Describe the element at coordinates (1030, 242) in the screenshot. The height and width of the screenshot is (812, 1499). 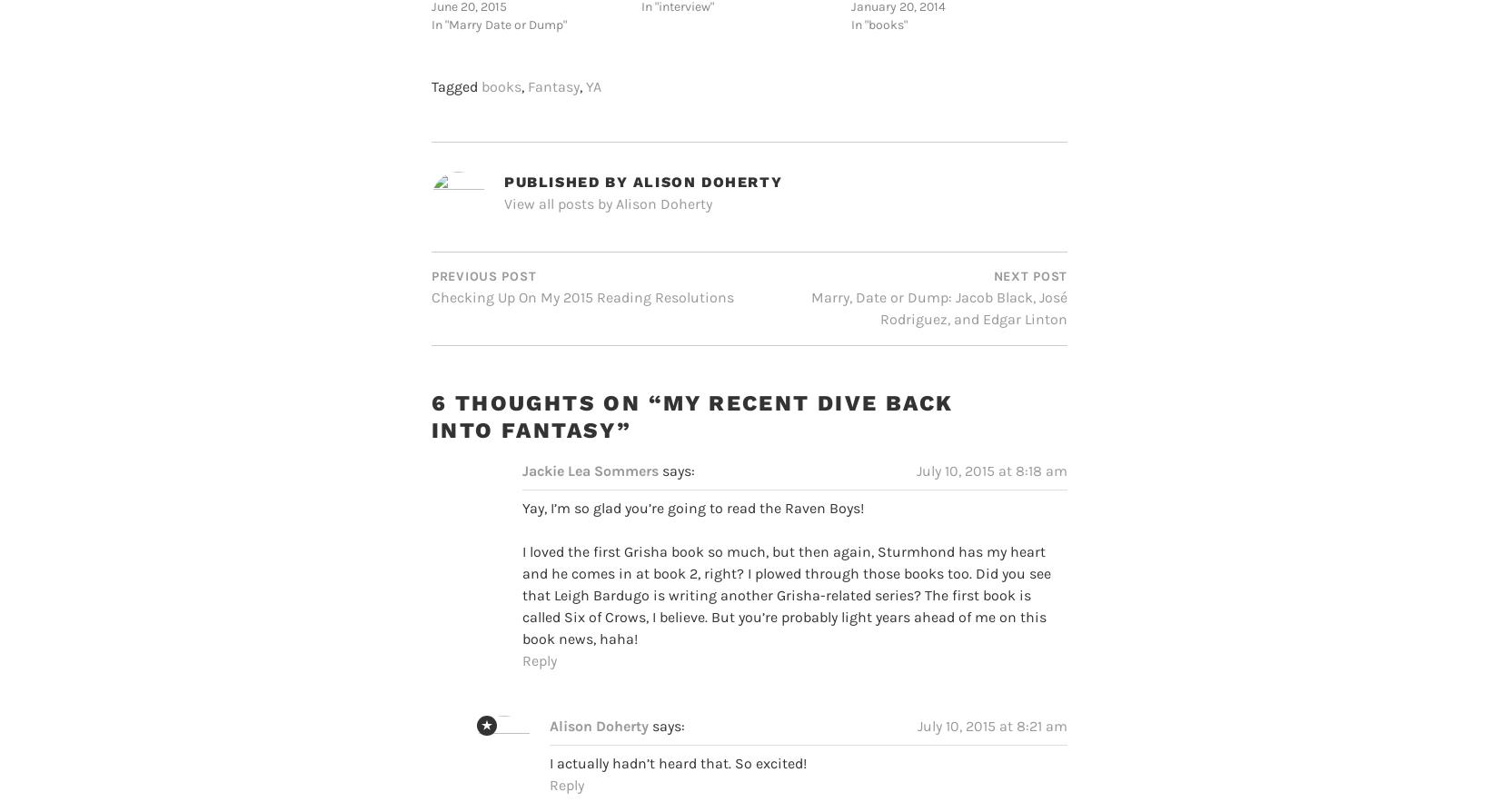
I see `'Next Post'` at that location.